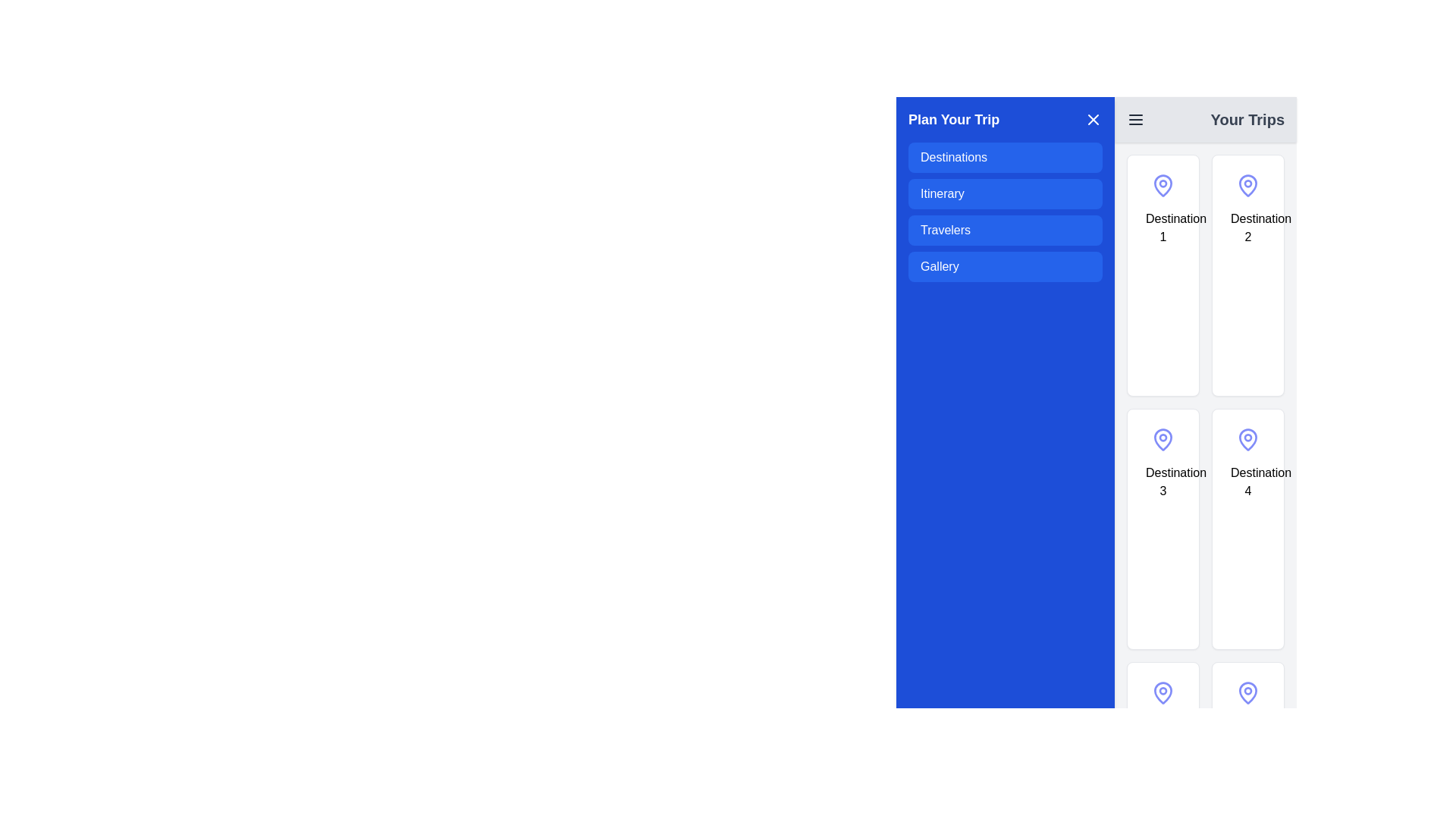 The image size is (1456, 819). Describe the element at coordinates (1163, 184) in the screenshot. I see `the pin icon representing the geographic location associated with the first destination card in the 'Your Trips' grid layout` at that location.